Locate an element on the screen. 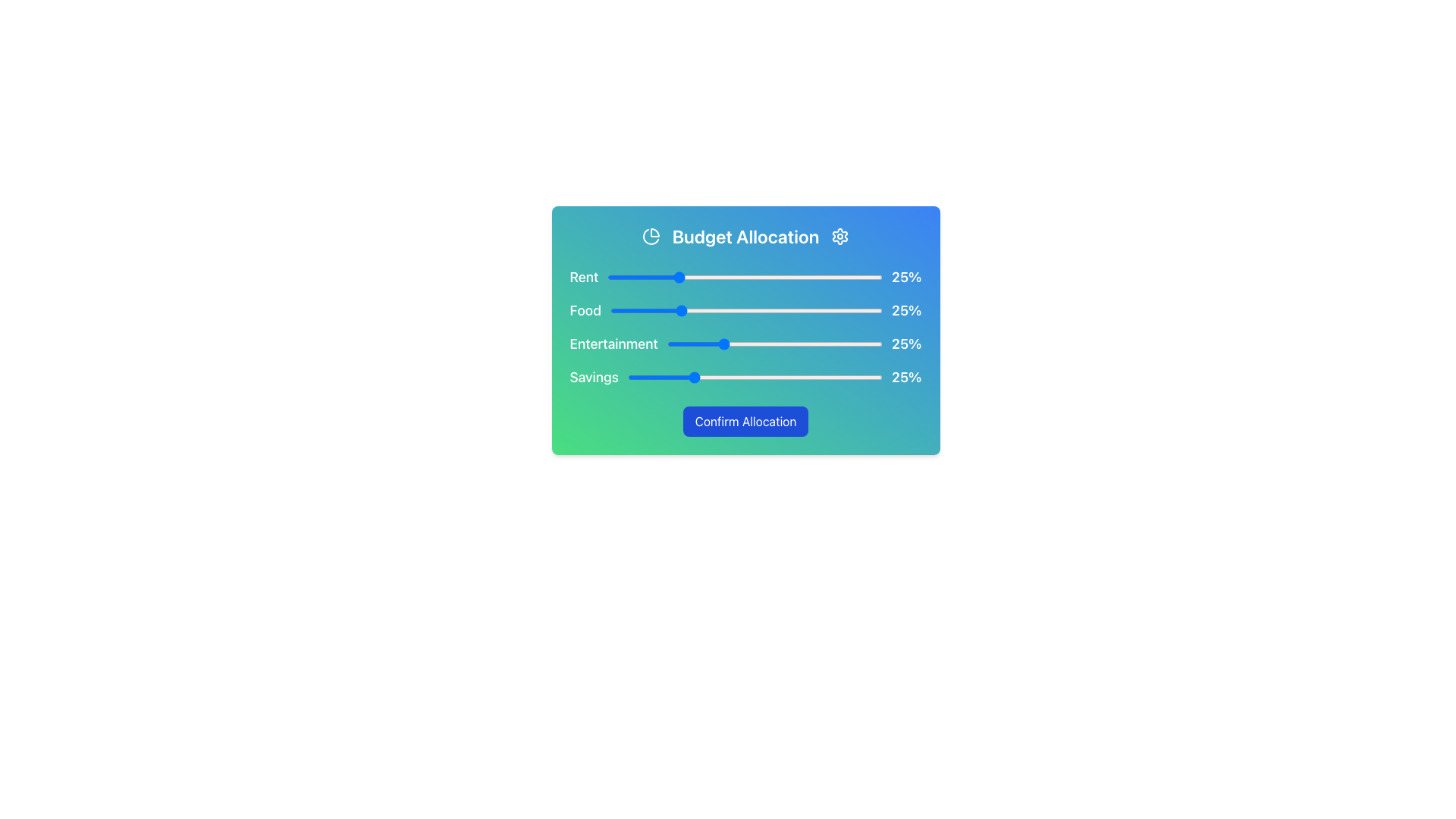 This screenshot has height=819, width=1456. the slider value is located at coordinates (772, 278).